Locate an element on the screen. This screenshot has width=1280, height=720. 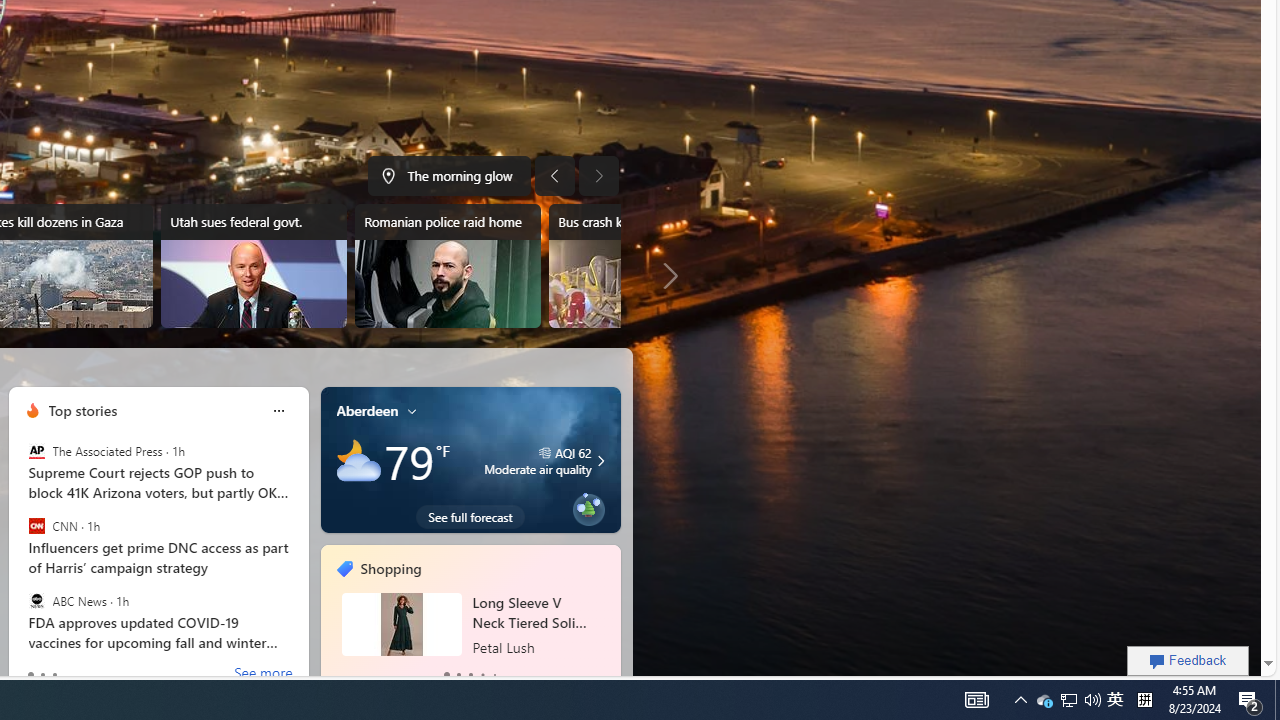
'Bus crash kills 28 in Iran' is located at coordinates (641, 265).